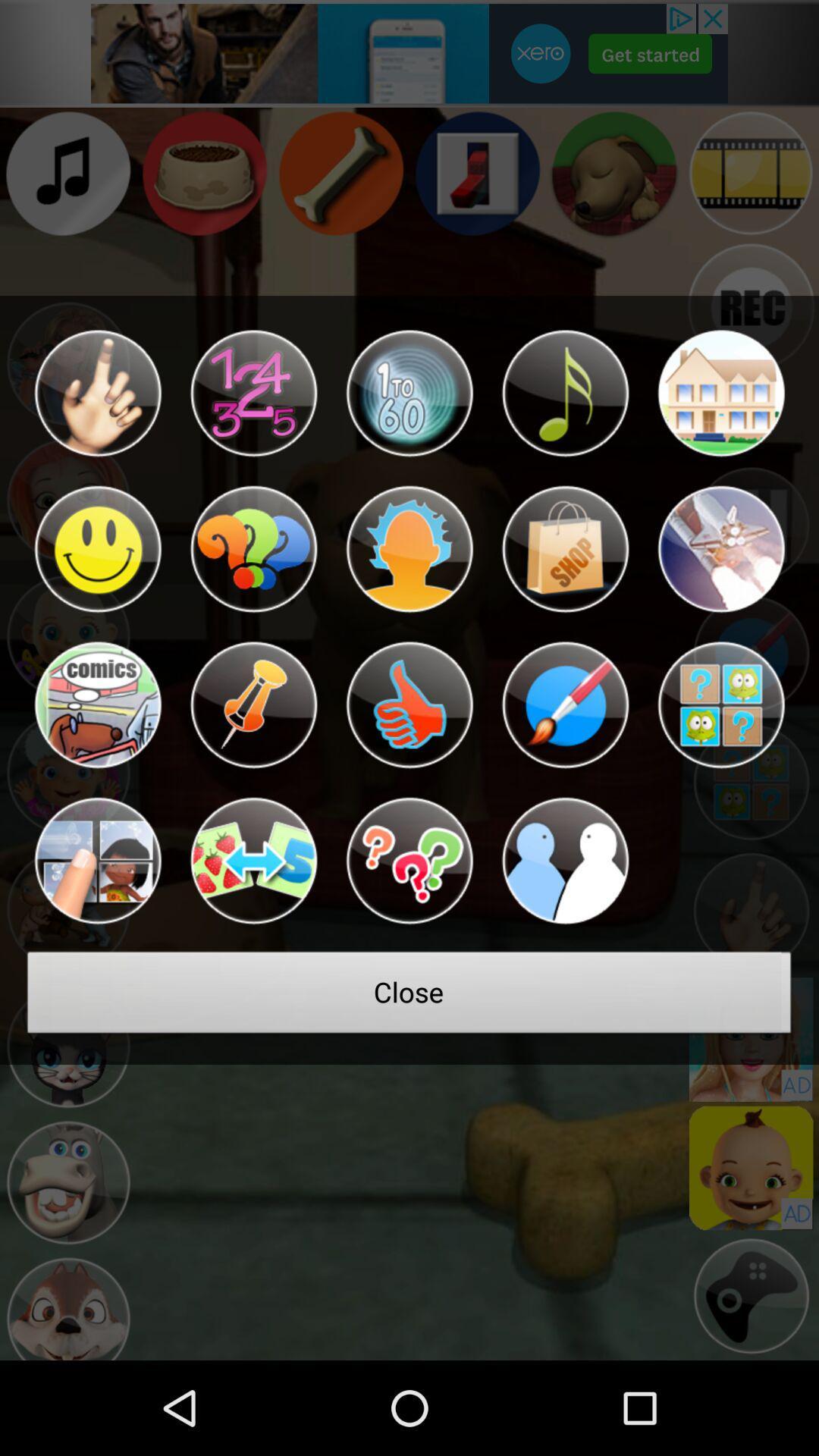 Image resolution: width=819 pixels, height=1456 pixels. What do you see at coordinates (565, 421) in the screenshot?
I see `the music icon` at bounding box center [565, 421].